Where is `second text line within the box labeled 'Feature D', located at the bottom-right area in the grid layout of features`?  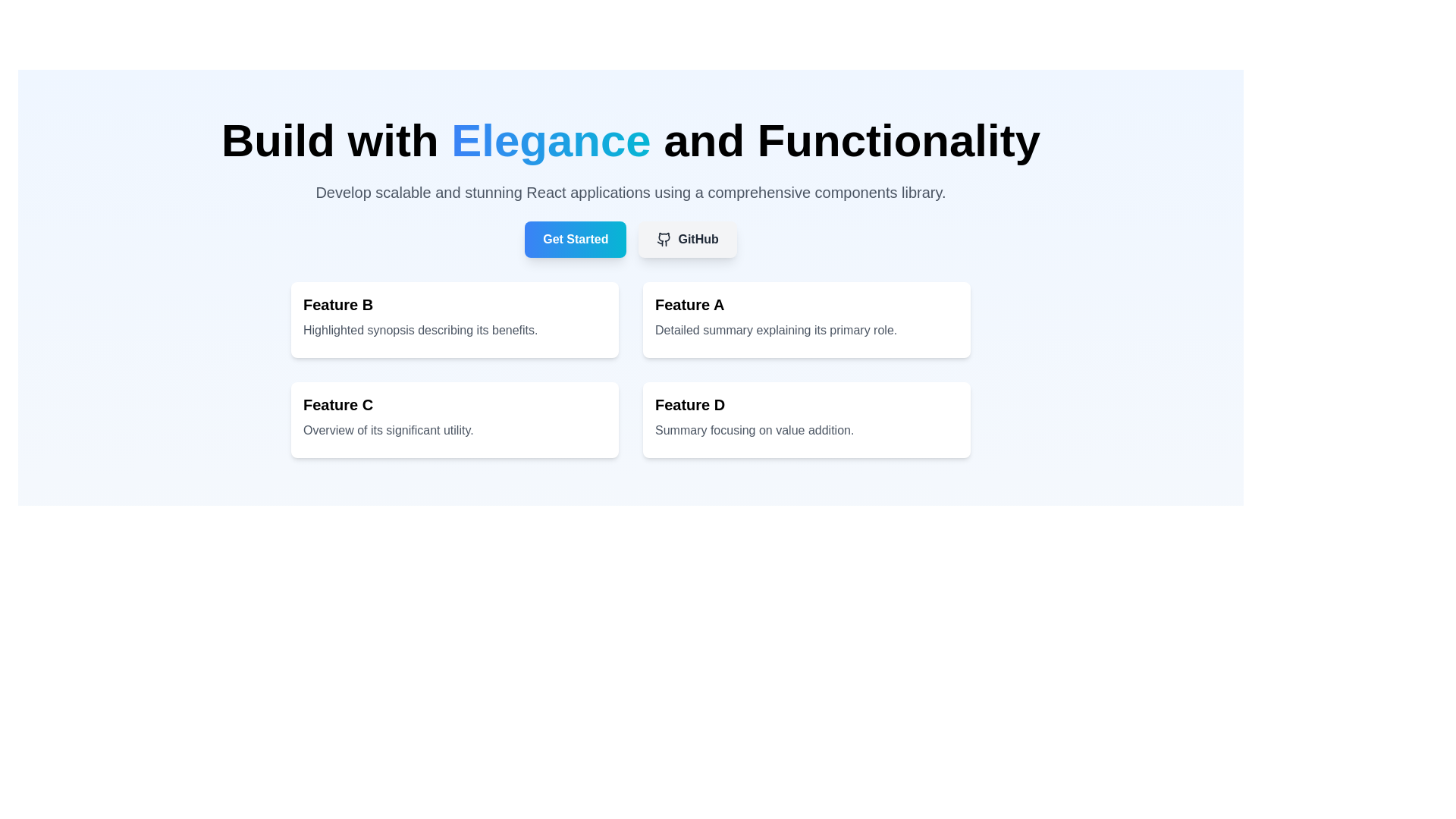
second text line within the box labeled 'Feature D', located at the bottom-right area in the grid layout of features is located at coordinates (806, 430).